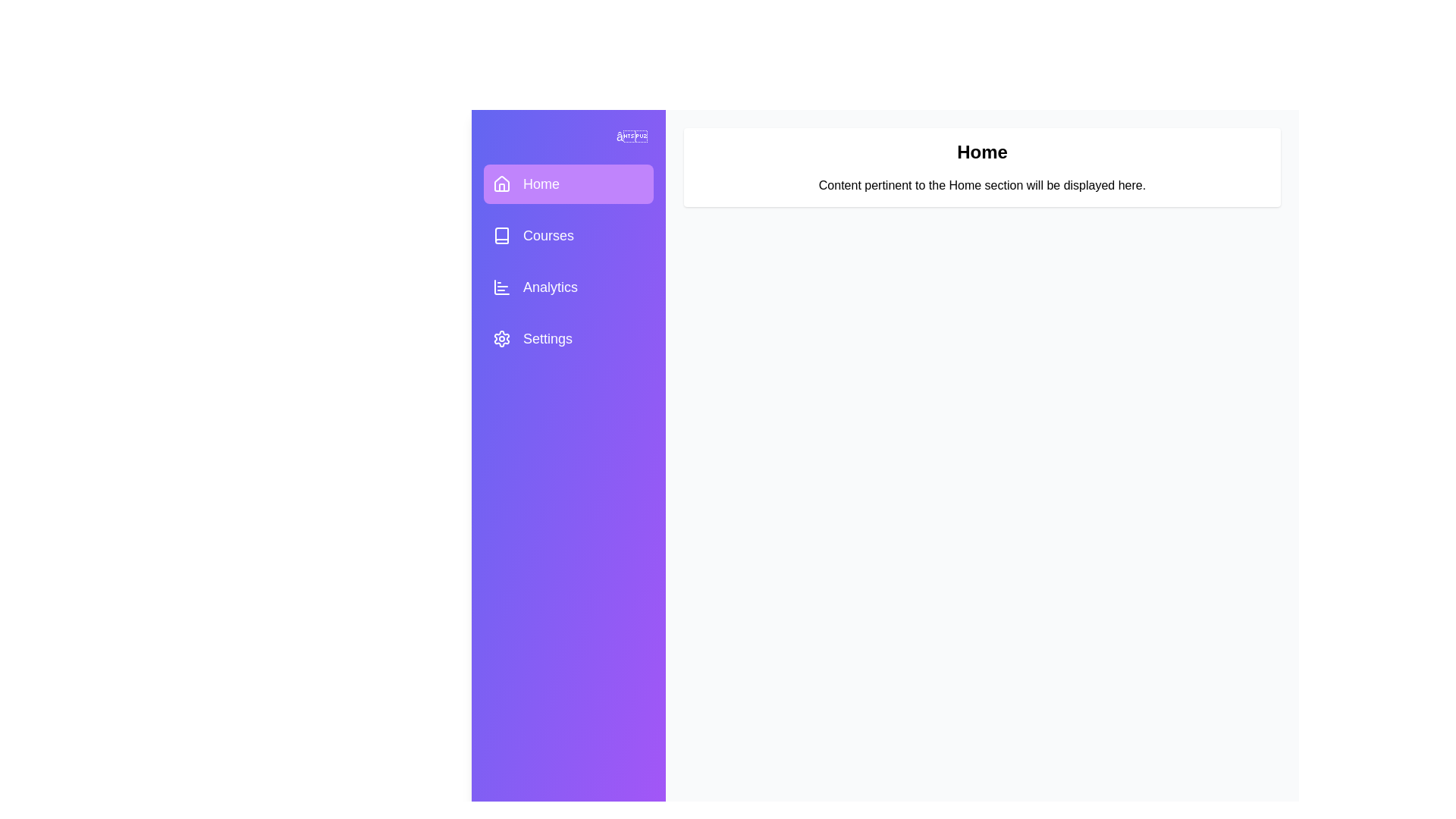 This screenshot has height=819, width=1456. I want to click on the Courses tab to see its hover effect, so click(567, 236).